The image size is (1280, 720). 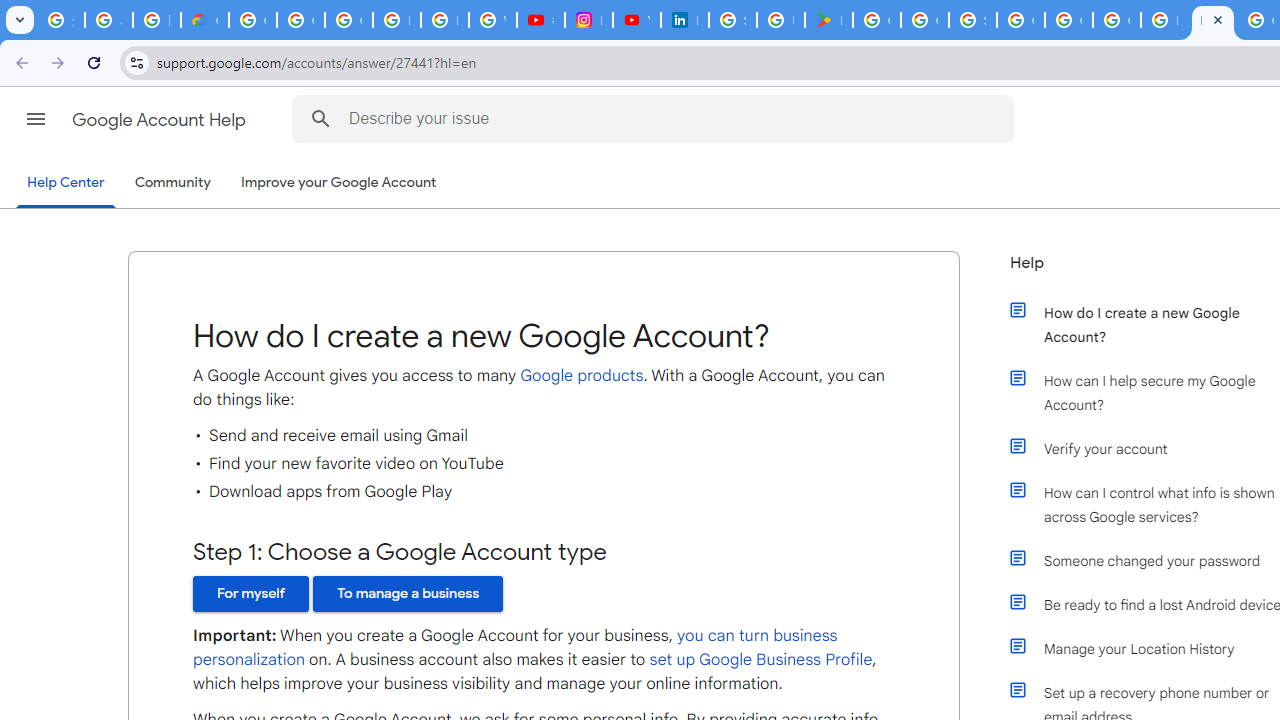 I want to click on 'Improve your Google Account', so click(x=339, y=183).